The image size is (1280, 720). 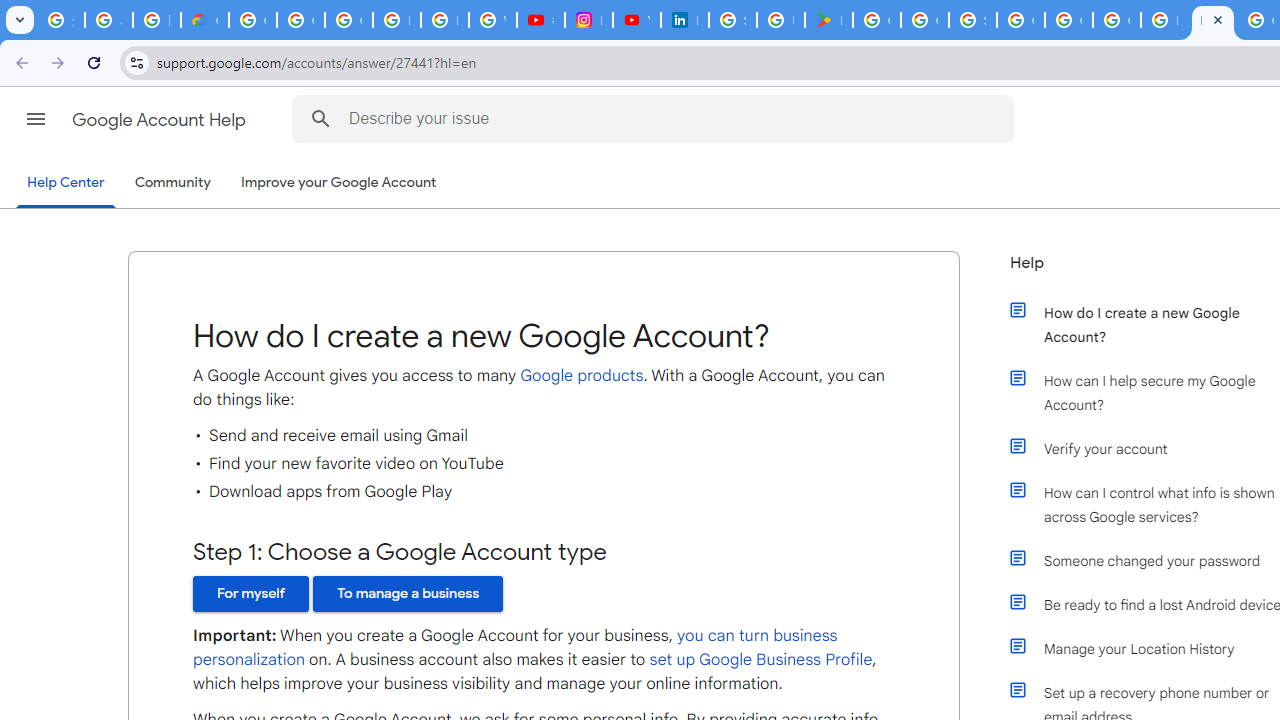 I want to click on 'Improve your Google Account', so click(x=339, y=183).